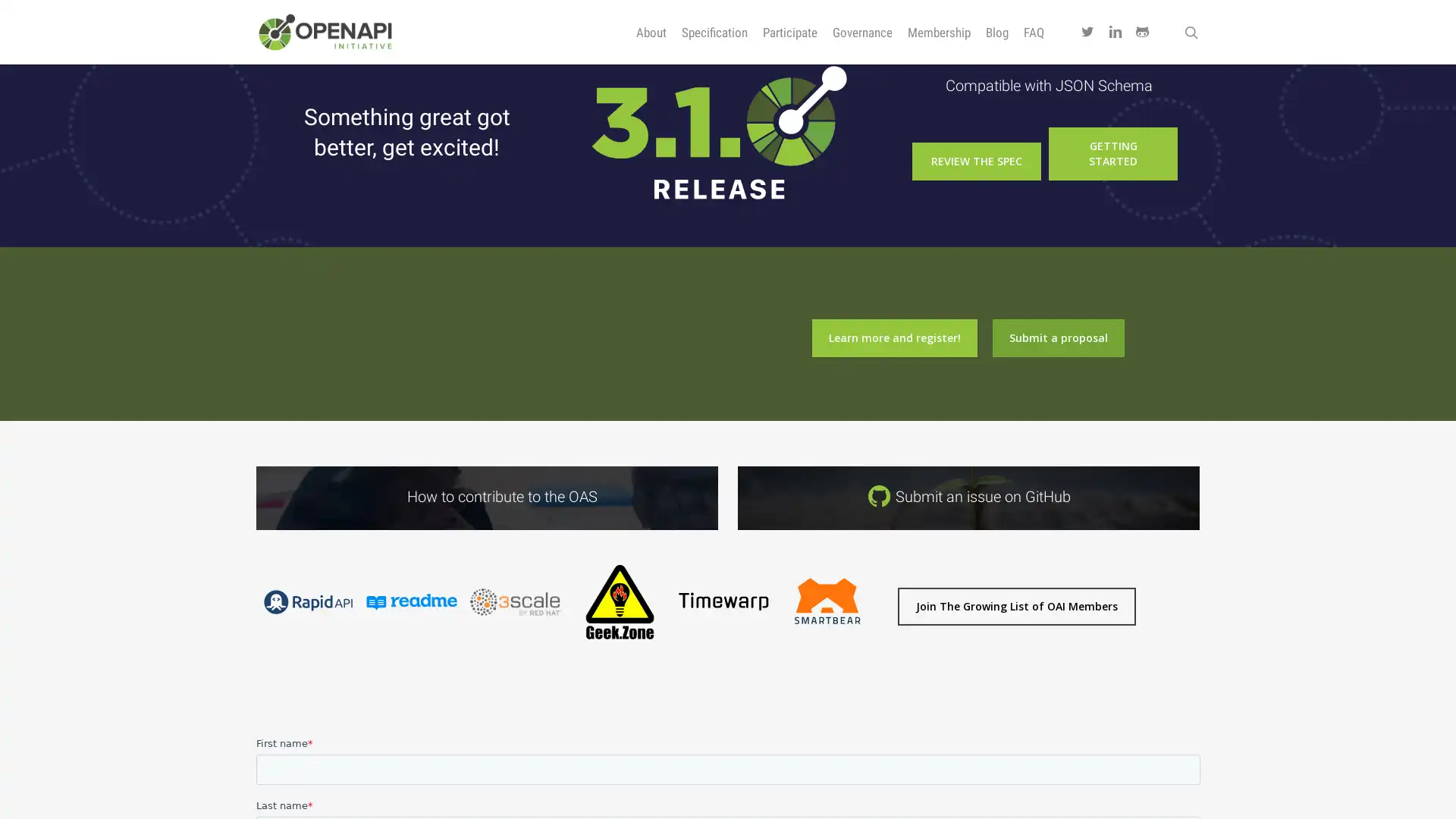 This screenshot has height=819, width=1456. What do you see at coordinates (247, 651) in the screenshot?
I see `Previous` at bounding box center [247, 651].